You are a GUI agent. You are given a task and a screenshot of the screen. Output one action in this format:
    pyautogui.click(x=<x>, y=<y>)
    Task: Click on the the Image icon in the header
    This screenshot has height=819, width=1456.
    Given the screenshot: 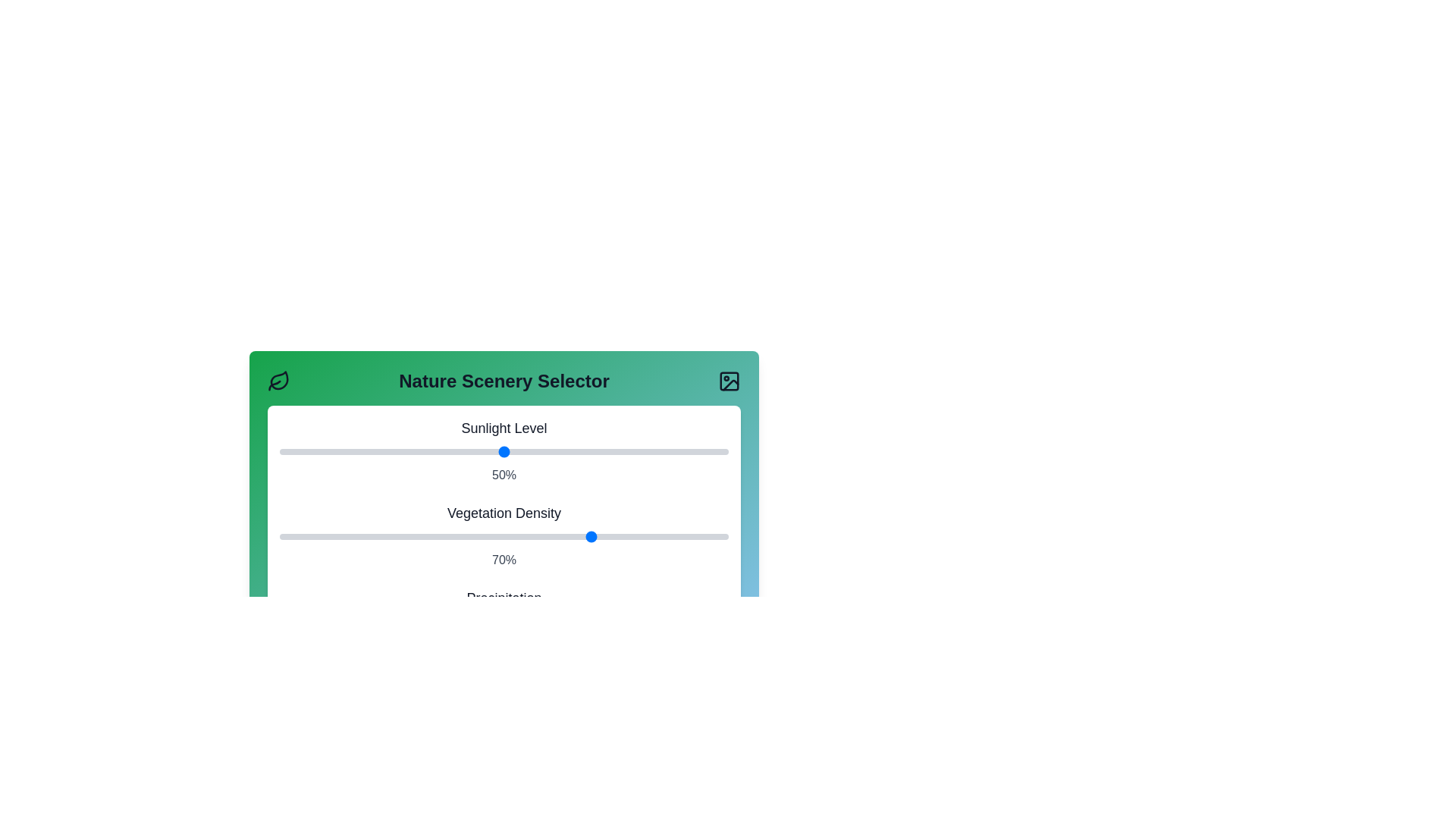 What is the action you would take?
    pyautogui.click(x=729, y=380)
    